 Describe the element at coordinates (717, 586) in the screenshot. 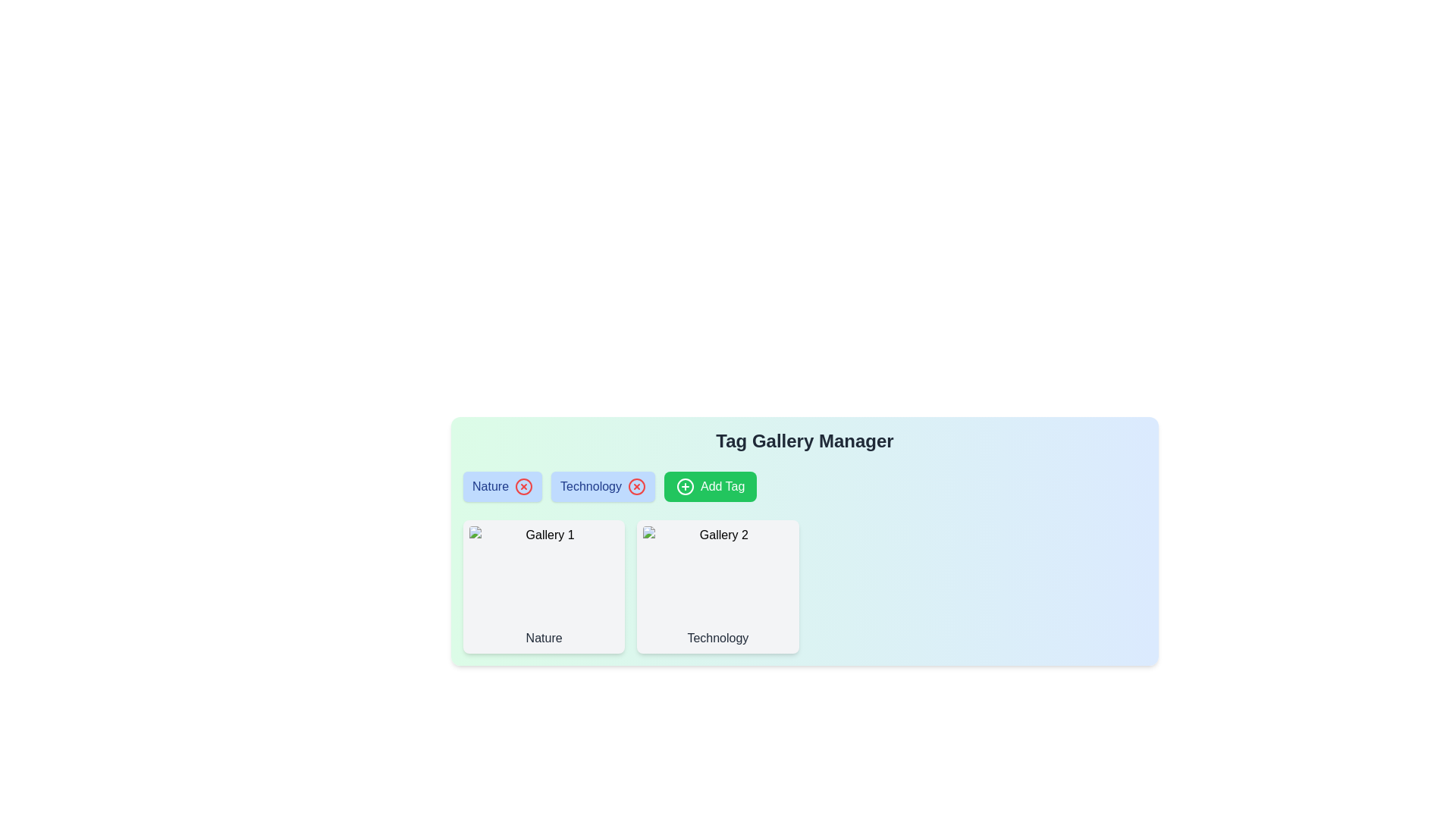

I see `the 'Technology' category card in the 'Tag Gallery Manager' section, which is the second card in a grid layout, positioned to the right of the 'Nature' card` at that location.